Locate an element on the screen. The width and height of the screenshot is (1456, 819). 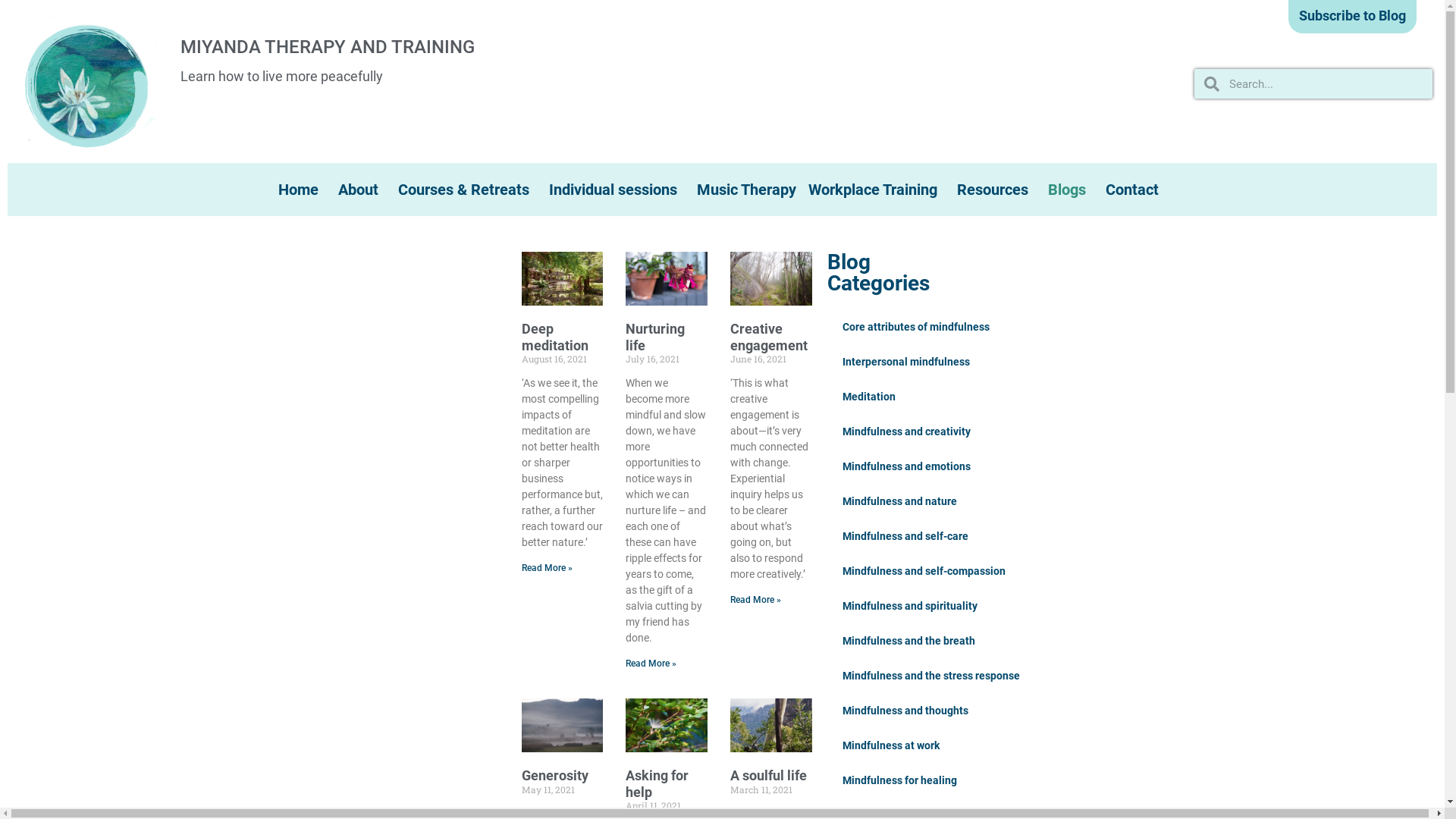
'Mindfulness and emotions' is located at coordinates (906, 465).